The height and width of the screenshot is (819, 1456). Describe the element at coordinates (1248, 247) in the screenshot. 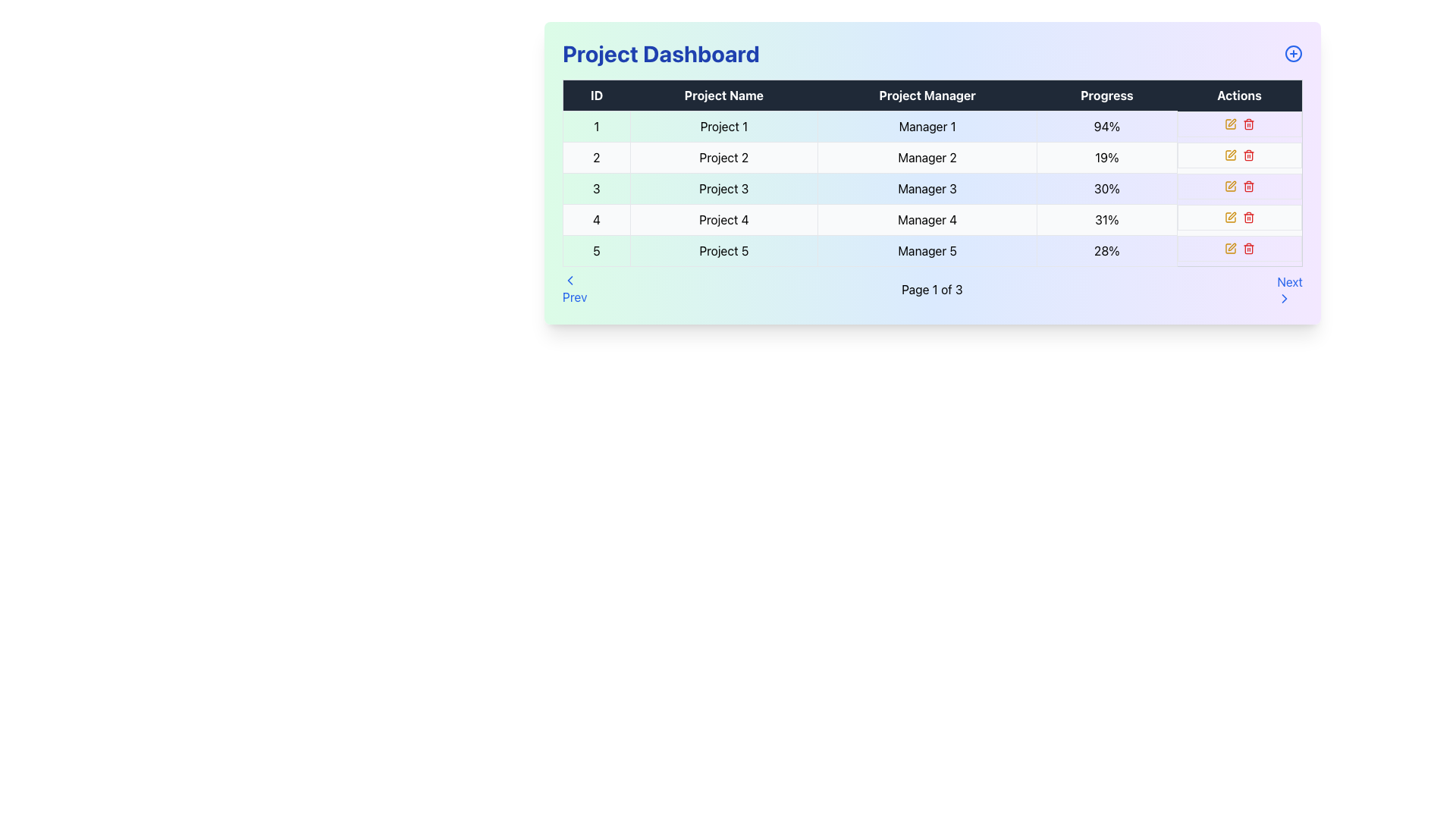

I see `the trash can icon button located` at that location.